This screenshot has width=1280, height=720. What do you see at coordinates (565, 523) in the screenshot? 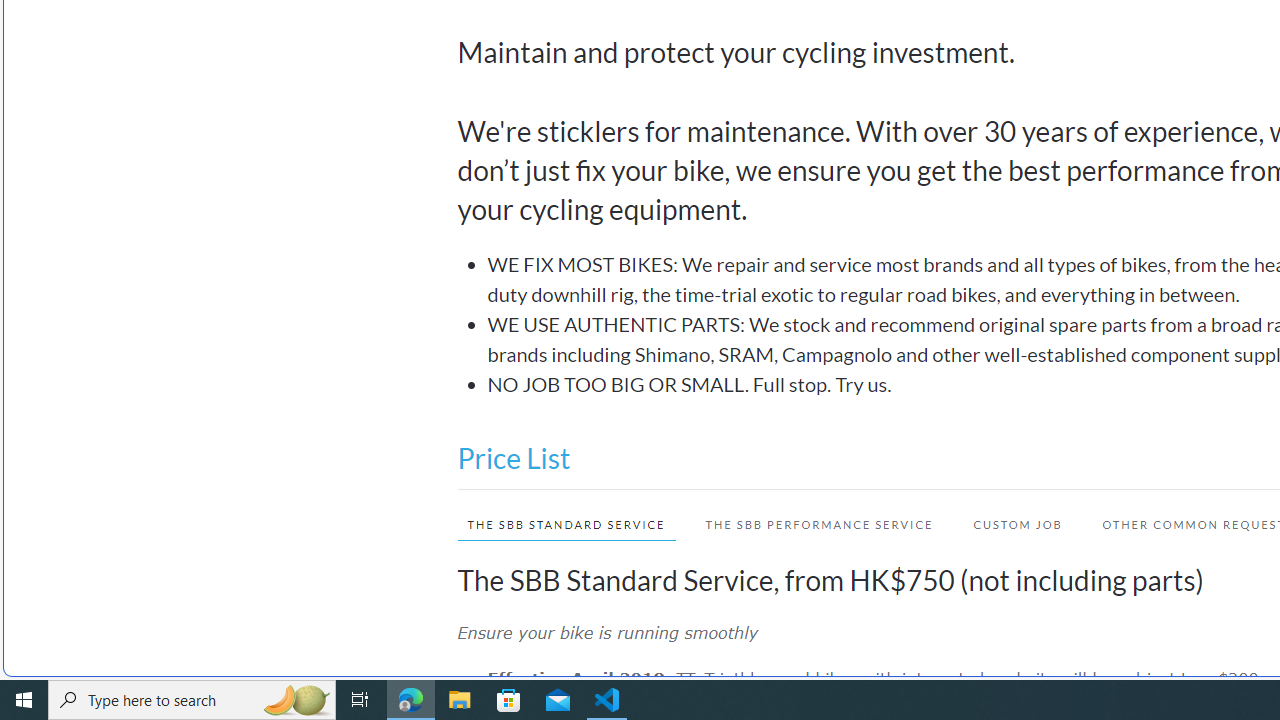
I see `'THE SBB STANDARD SERVICE'` at bounding box center [565, 523].